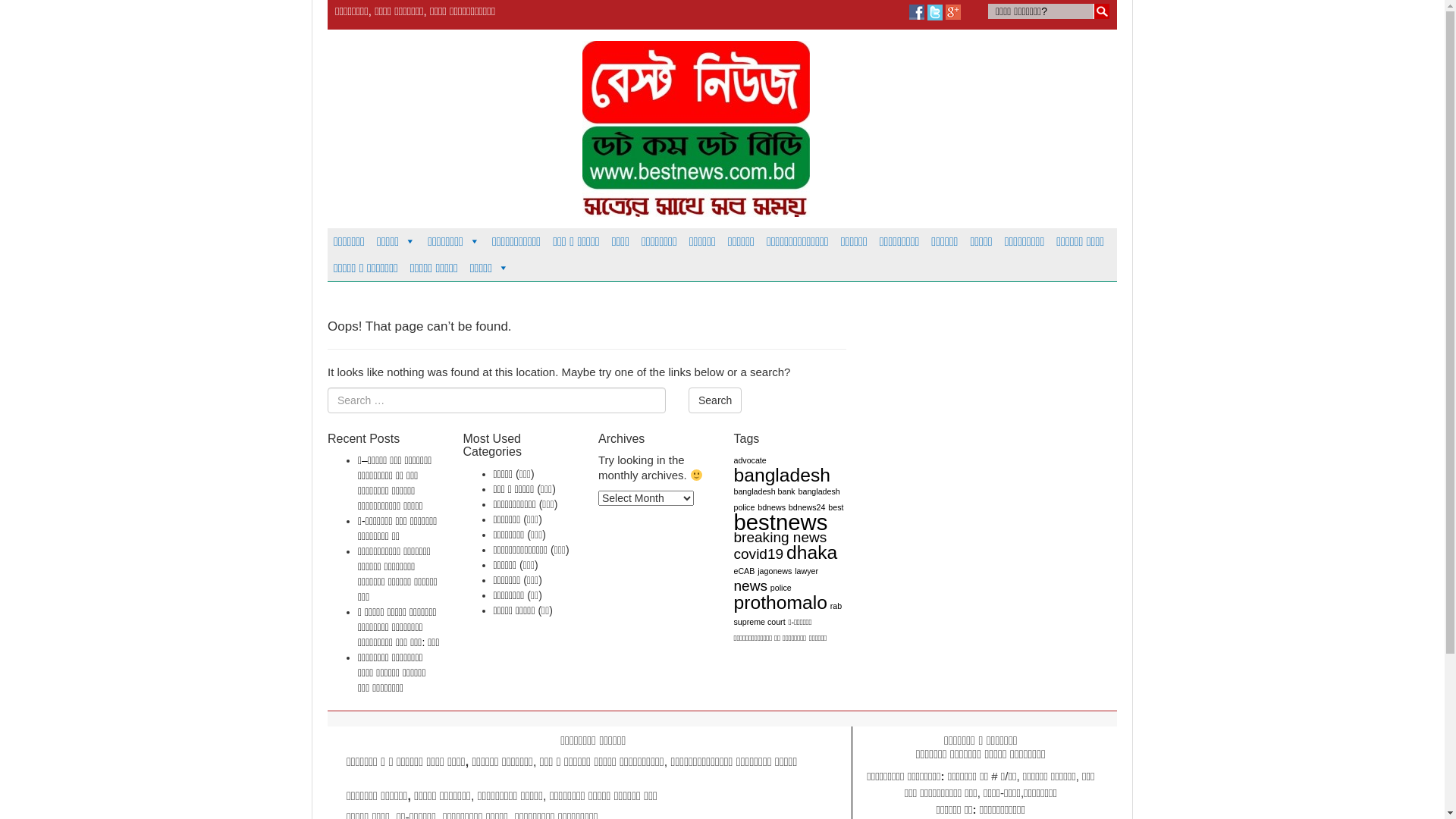 The image size is (1456, 819). Describe the element at coordinates (750, 459) in the screenshot. I see `'advocate'` at that location.